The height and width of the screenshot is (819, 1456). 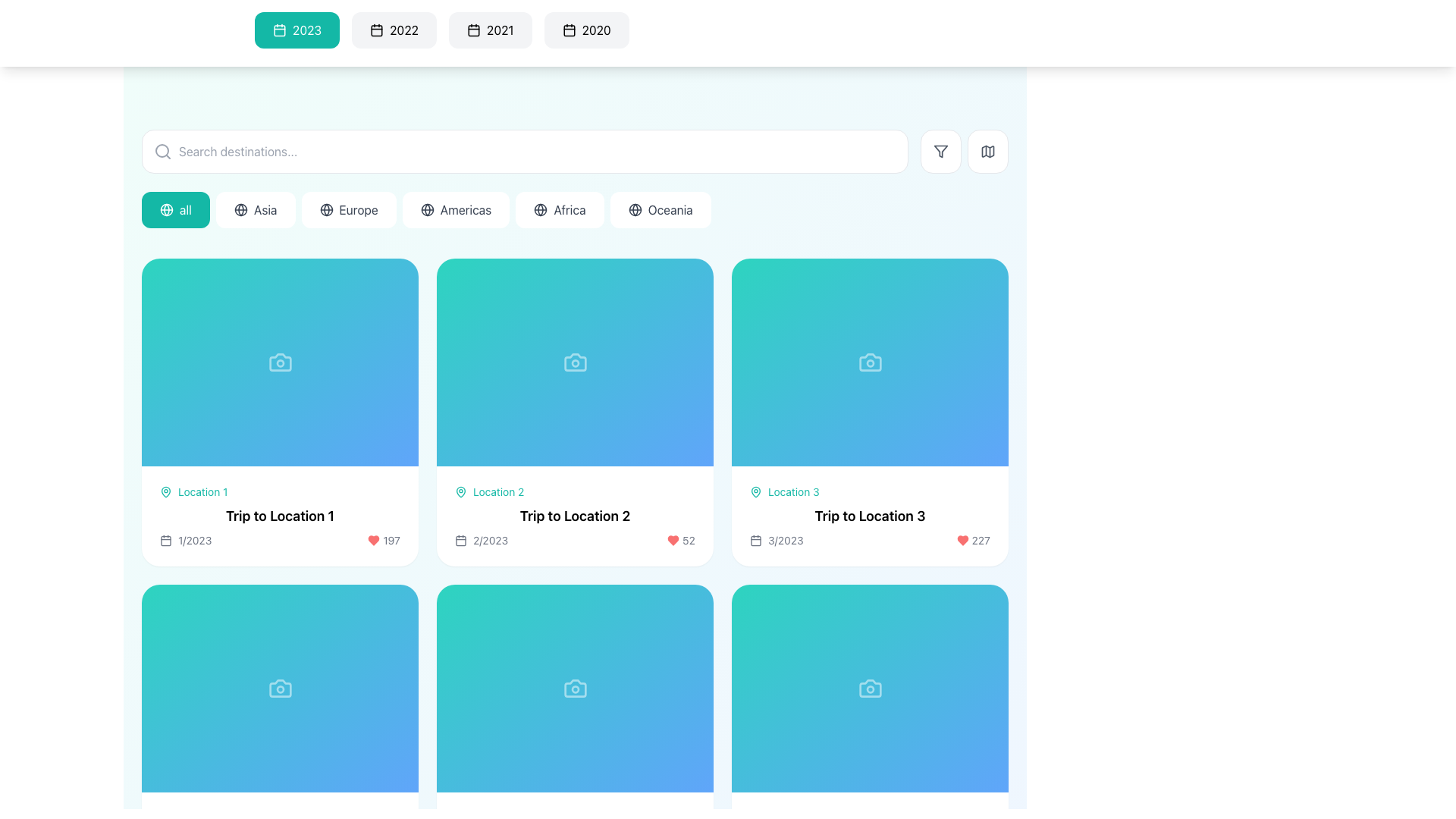 What do you see at coordinates (574, 362) in the screenshot?
I see `the camera icon, which is a simple and minimalistic line-art style icon, white and semi-transparent, located centrally within the card labeled 'Trip to Location 2'` at bounding box center [574, 362].